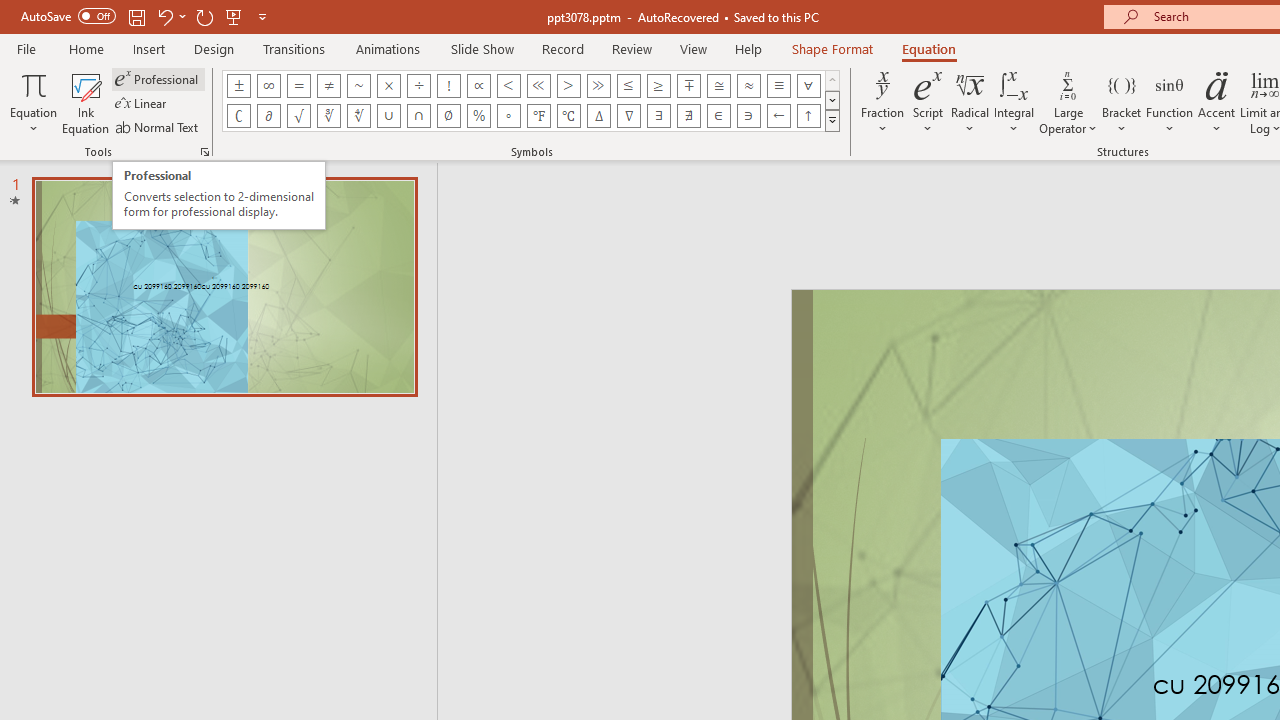  Describe the element at coordinates (85, 103) in the screenshot. I see `'Ink Equation'` at that location.